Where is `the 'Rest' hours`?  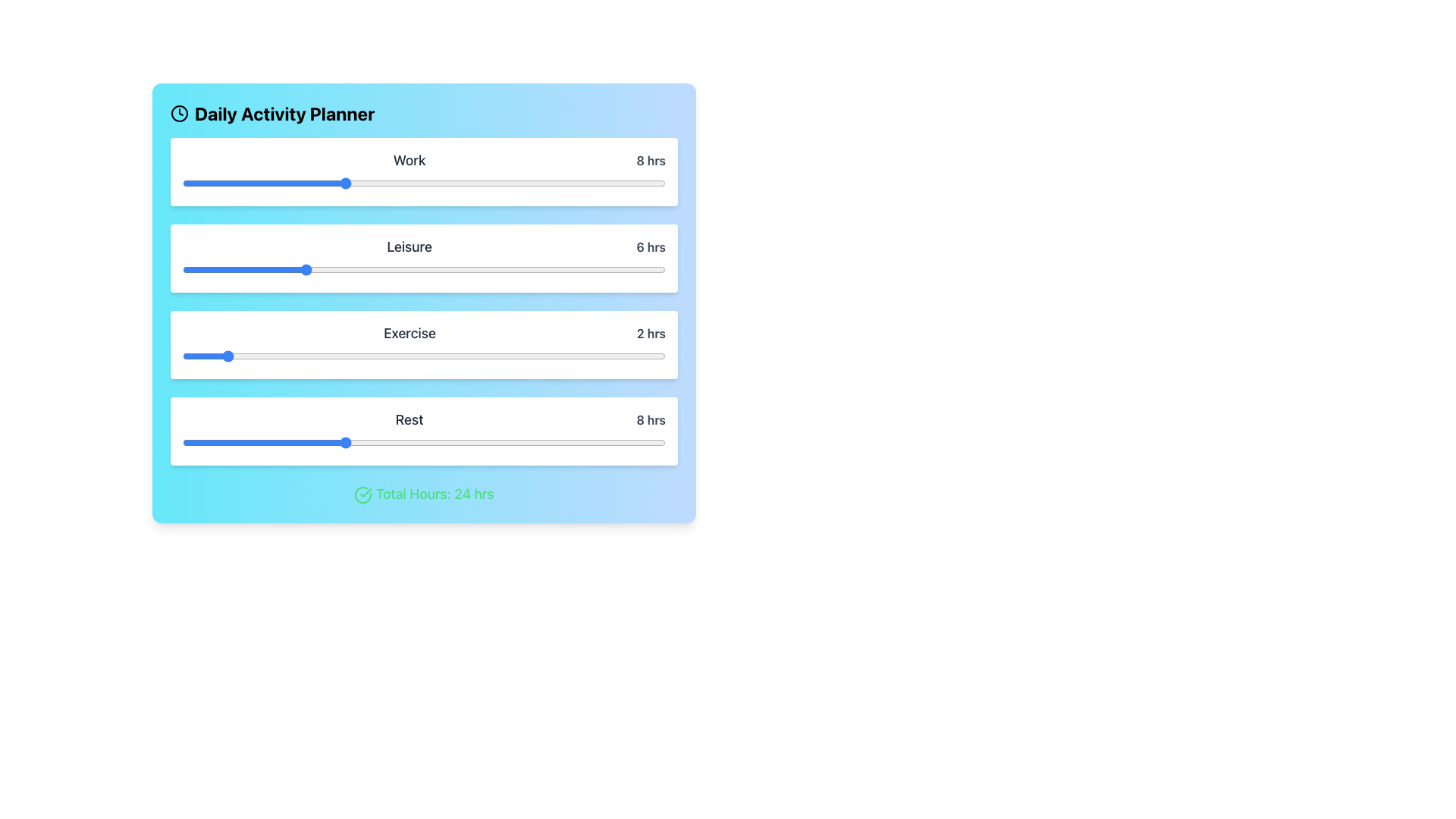
the 'Rest' hours is located at coordinates (525, 442).